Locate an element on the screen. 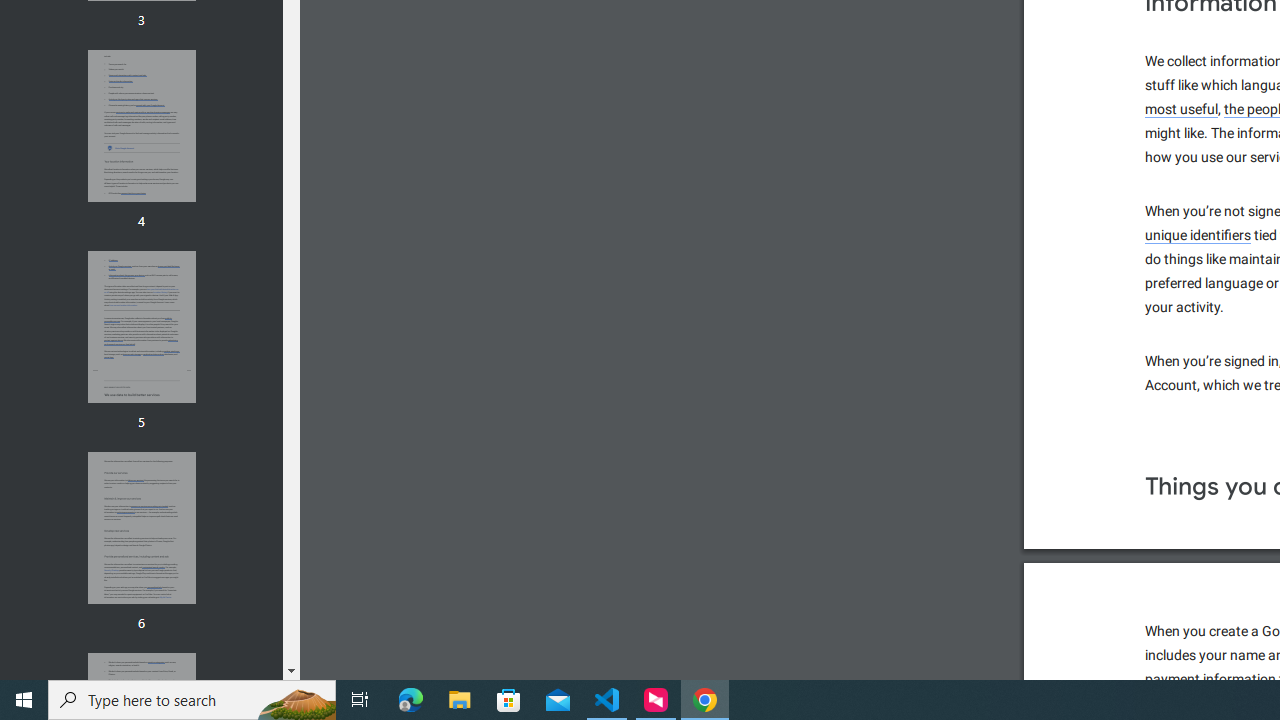 This screenshot has width=1280, height=720. 'payment information' is located at coordinates (1210, 679).